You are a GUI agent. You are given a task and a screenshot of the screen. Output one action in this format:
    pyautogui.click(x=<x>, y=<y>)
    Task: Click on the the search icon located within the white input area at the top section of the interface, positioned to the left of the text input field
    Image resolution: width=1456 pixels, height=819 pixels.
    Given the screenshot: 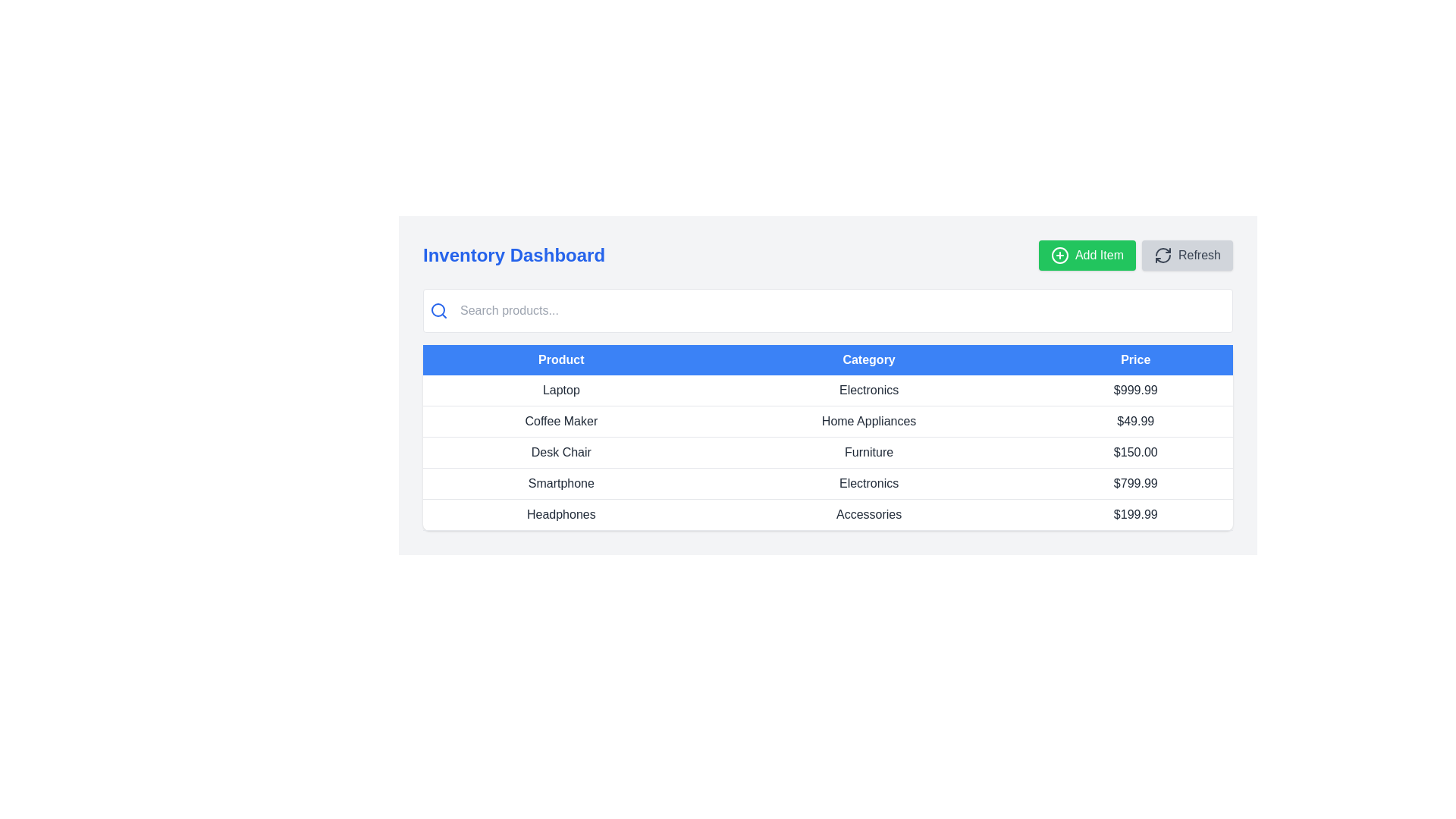 What is the action you would take?
    pyautogui.click(x=438, y=309)
    